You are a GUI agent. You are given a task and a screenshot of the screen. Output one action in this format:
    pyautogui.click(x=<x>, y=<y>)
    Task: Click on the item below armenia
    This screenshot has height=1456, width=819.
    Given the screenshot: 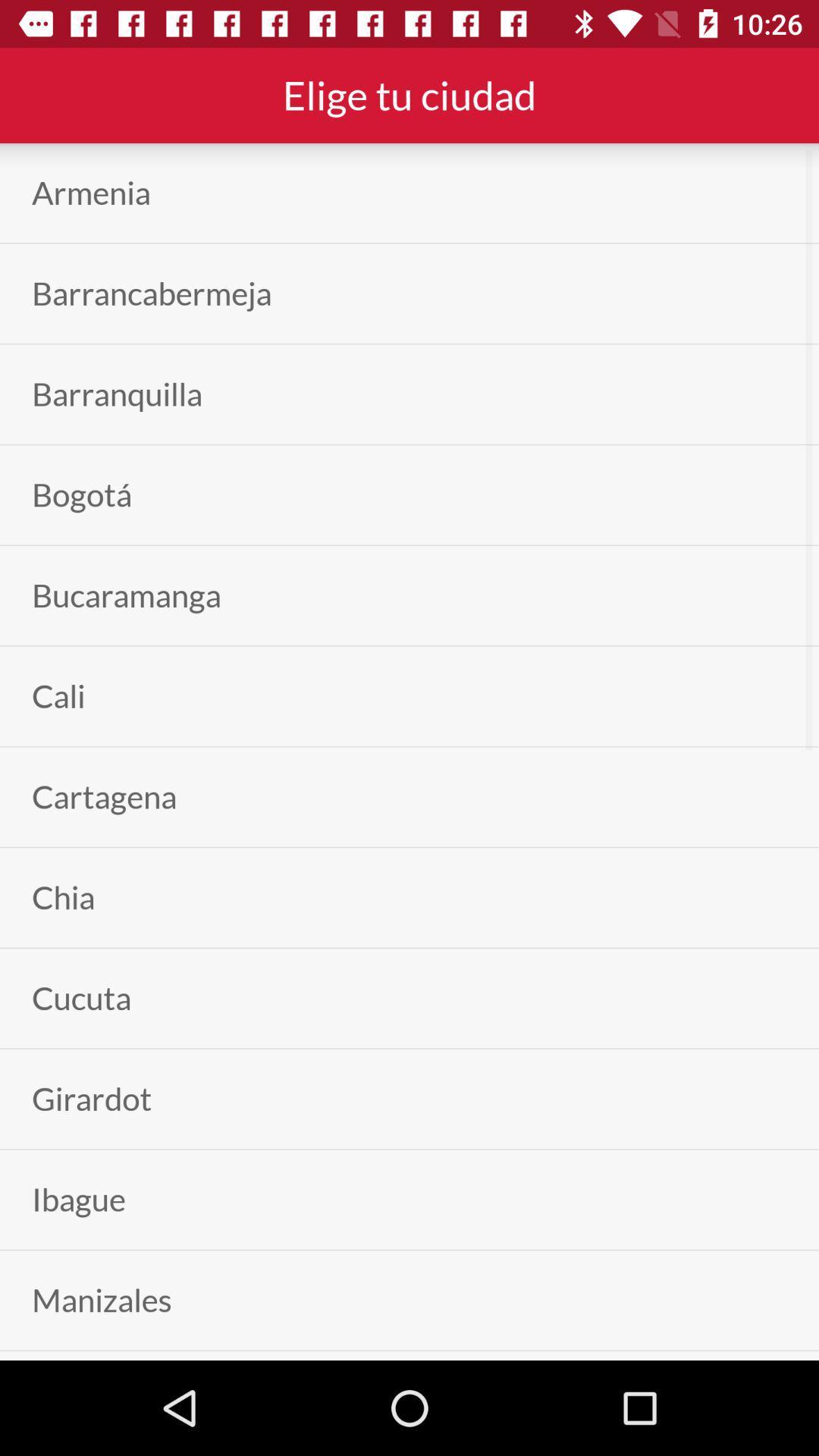 What is the action you would take?
    pyautogui.click(x=152, y=293)
    